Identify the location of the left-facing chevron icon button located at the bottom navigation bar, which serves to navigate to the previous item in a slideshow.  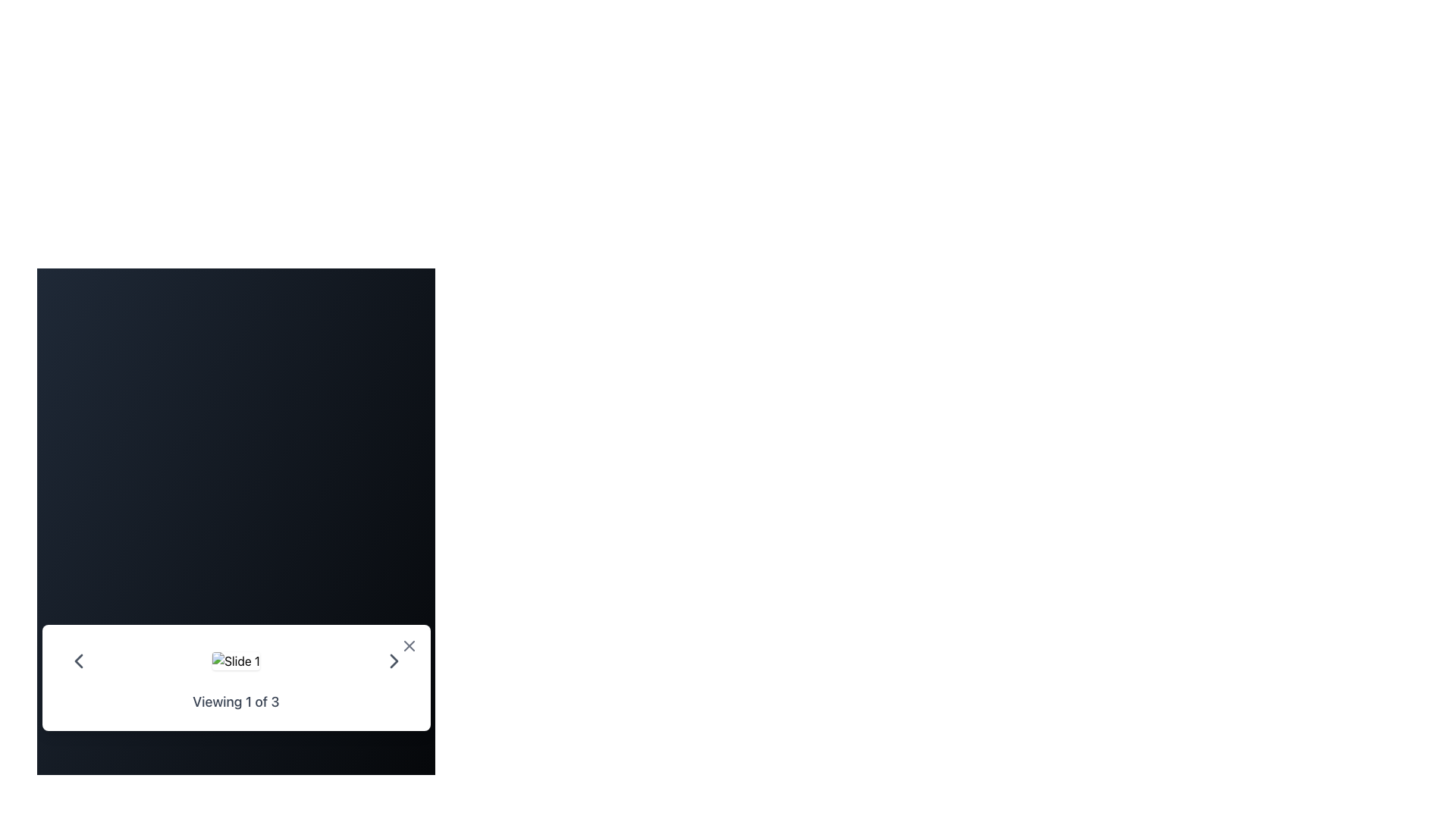
(77, 660).